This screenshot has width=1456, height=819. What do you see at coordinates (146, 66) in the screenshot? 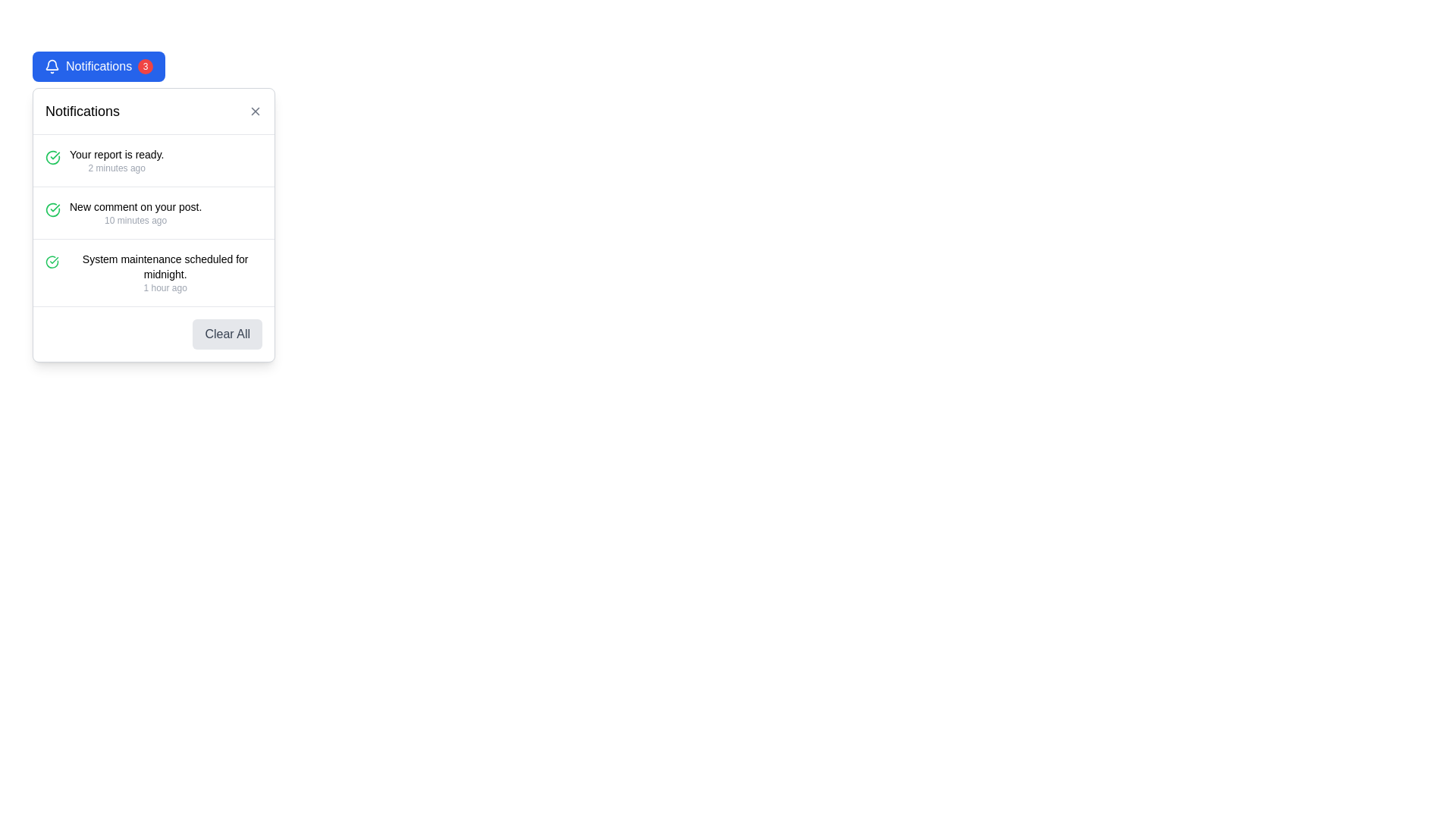
I see `the Badge Notification that indicates three new notifications on the Notifications button` at bounding box center [146, 66].